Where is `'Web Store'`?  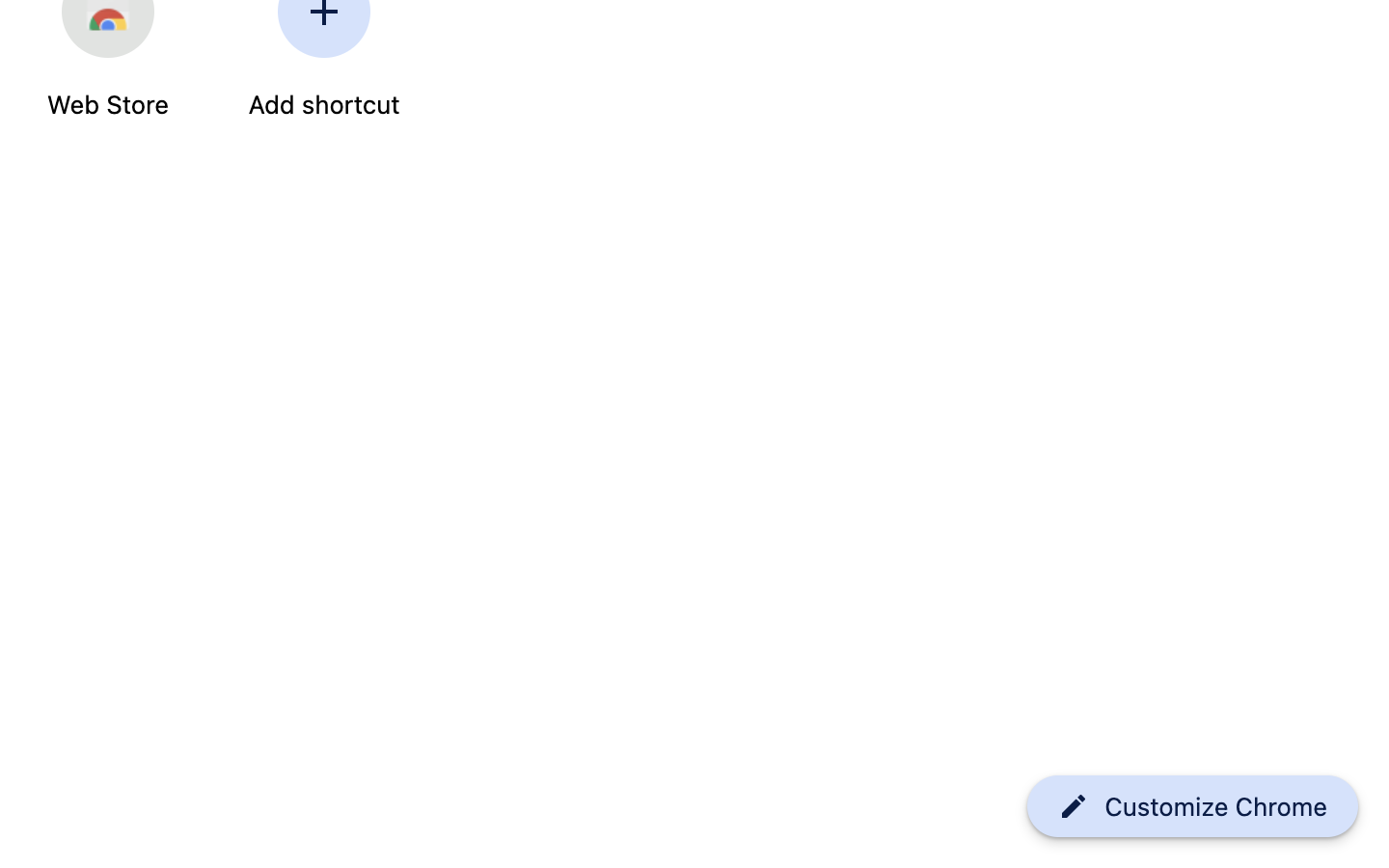 'Web Store' is located at coordinates (108, 103).